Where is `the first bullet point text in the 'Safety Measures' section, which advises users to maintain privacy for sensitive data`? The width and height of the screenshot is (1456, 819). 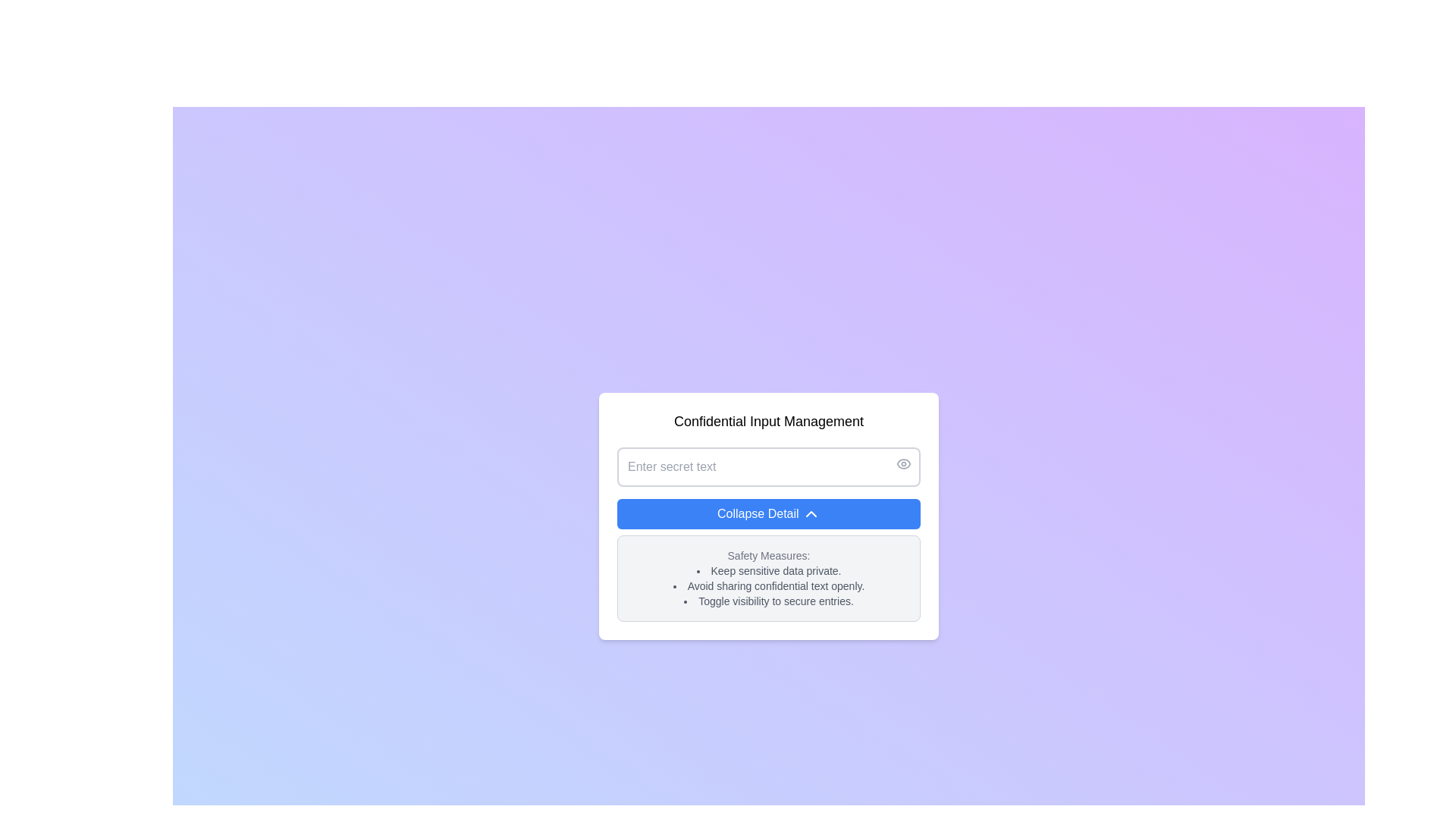
the first bullet point text in the 'Safety Measures' section, which advises users to maintain privacy for sensitive data is located at coordinates (768, 570).